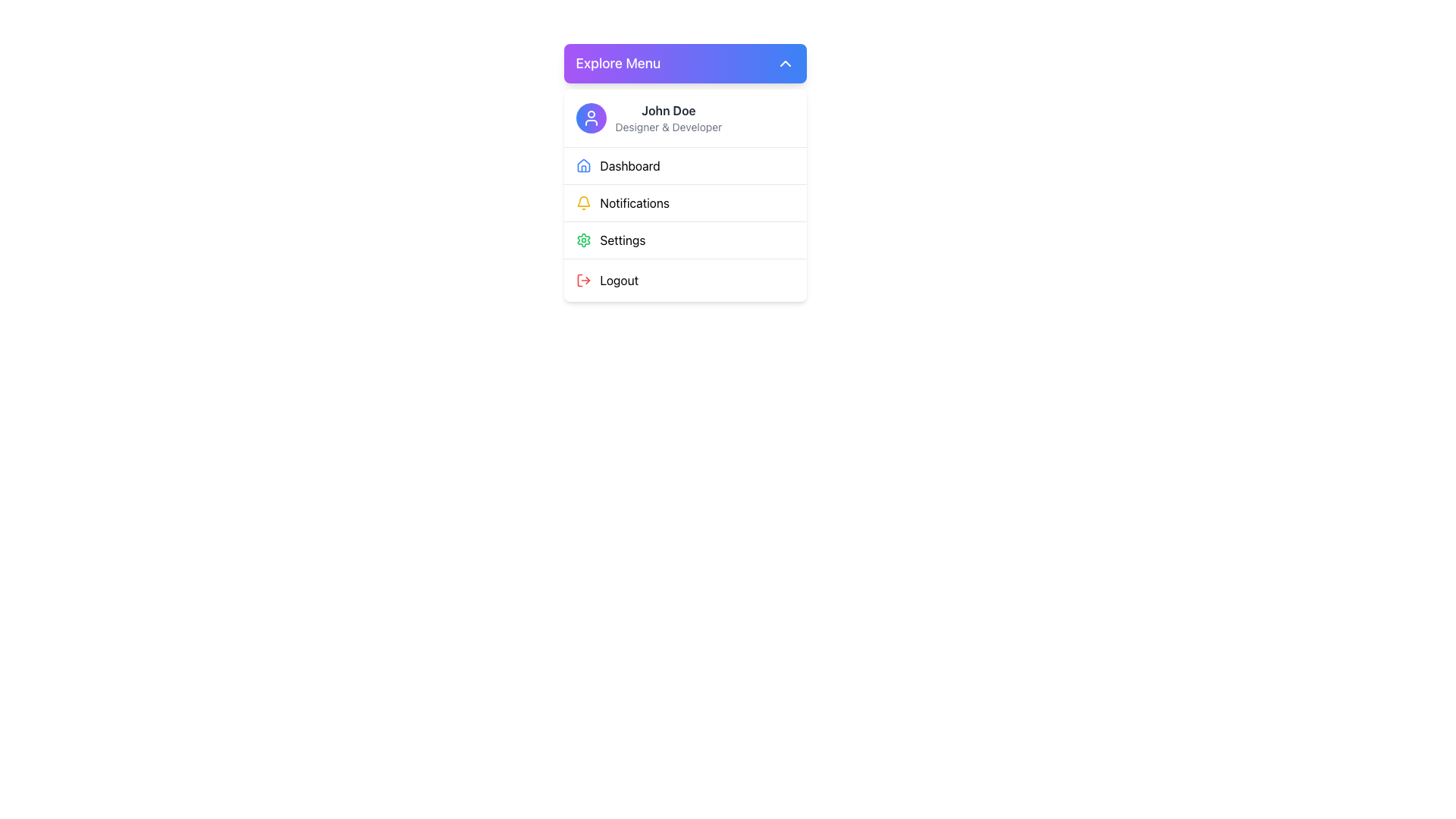  What do you see at coordinates (667, 117) in the screenshot?
I see `the text block displaying 'John Doe' and the subtitle 'Designer & Developer' in the sidebar under the 'Explore Menu' header` at bounding box center [667, 117].